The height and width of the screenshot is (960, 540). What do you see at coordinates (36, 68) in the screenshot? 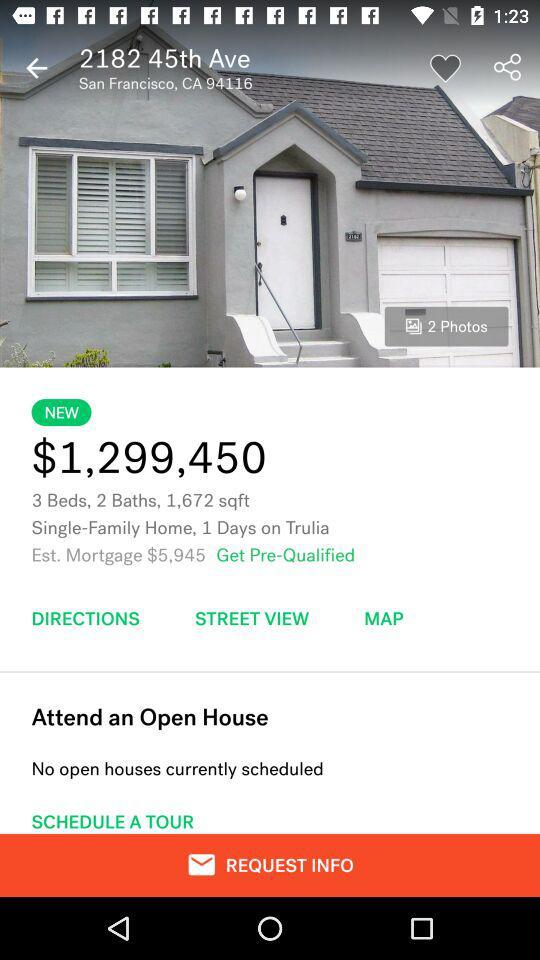
I see `previous` at bounding box center [36, 68].